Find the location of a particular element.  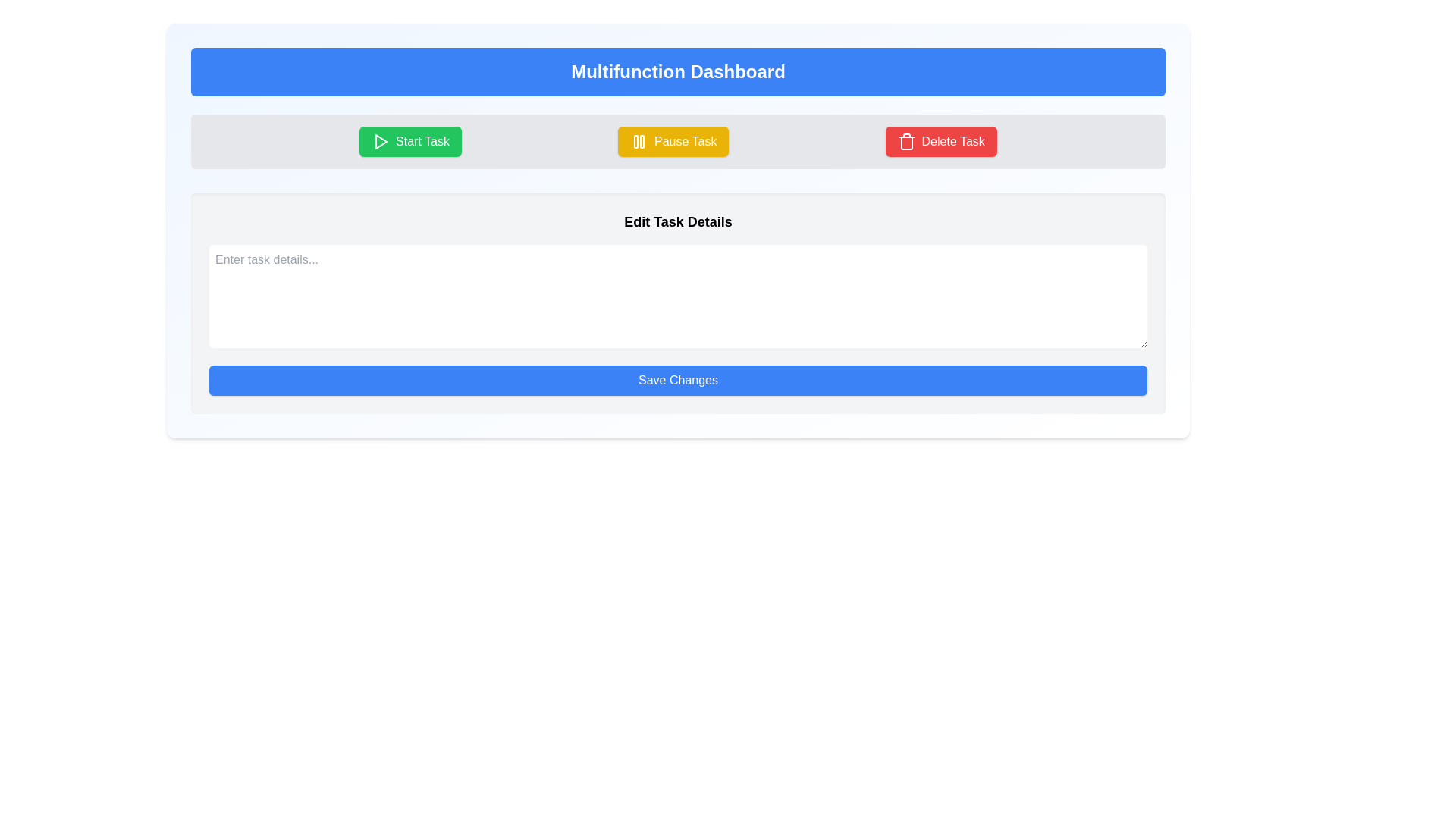

the icon located on the left side of the 'Start Task' button within the interactive green button in the upper section of the dashboard to initiate its function is located at coordinates (381, 141).